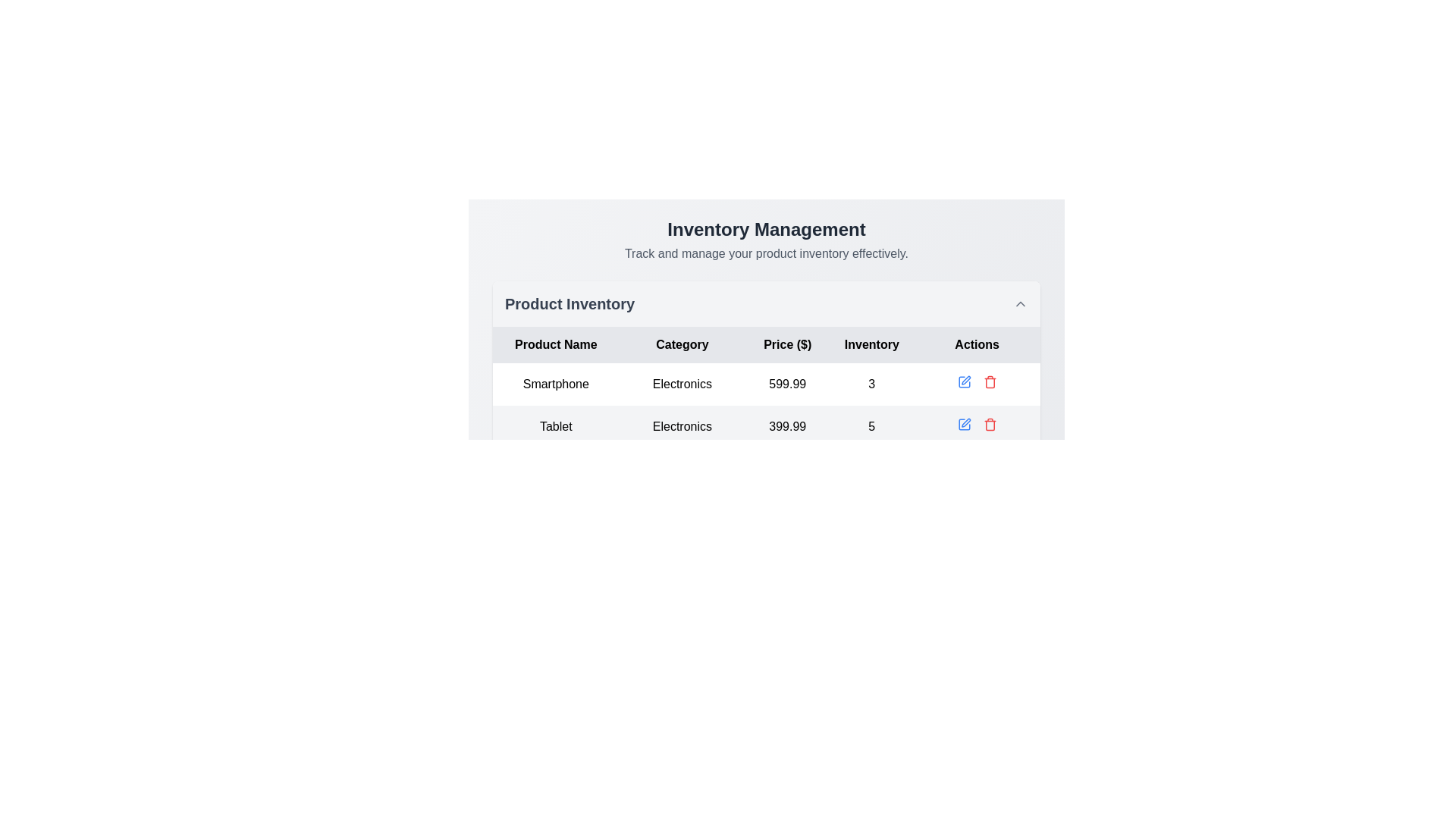 The height and width of the screenshot is (819, 1456). What do you see at coordinates (977, 381) in the screenshot?
I see `the action buttons (edit and delete) located in the last cell of the first row under the 'Actions' column to change their colors` at bounding box center [977, 381].